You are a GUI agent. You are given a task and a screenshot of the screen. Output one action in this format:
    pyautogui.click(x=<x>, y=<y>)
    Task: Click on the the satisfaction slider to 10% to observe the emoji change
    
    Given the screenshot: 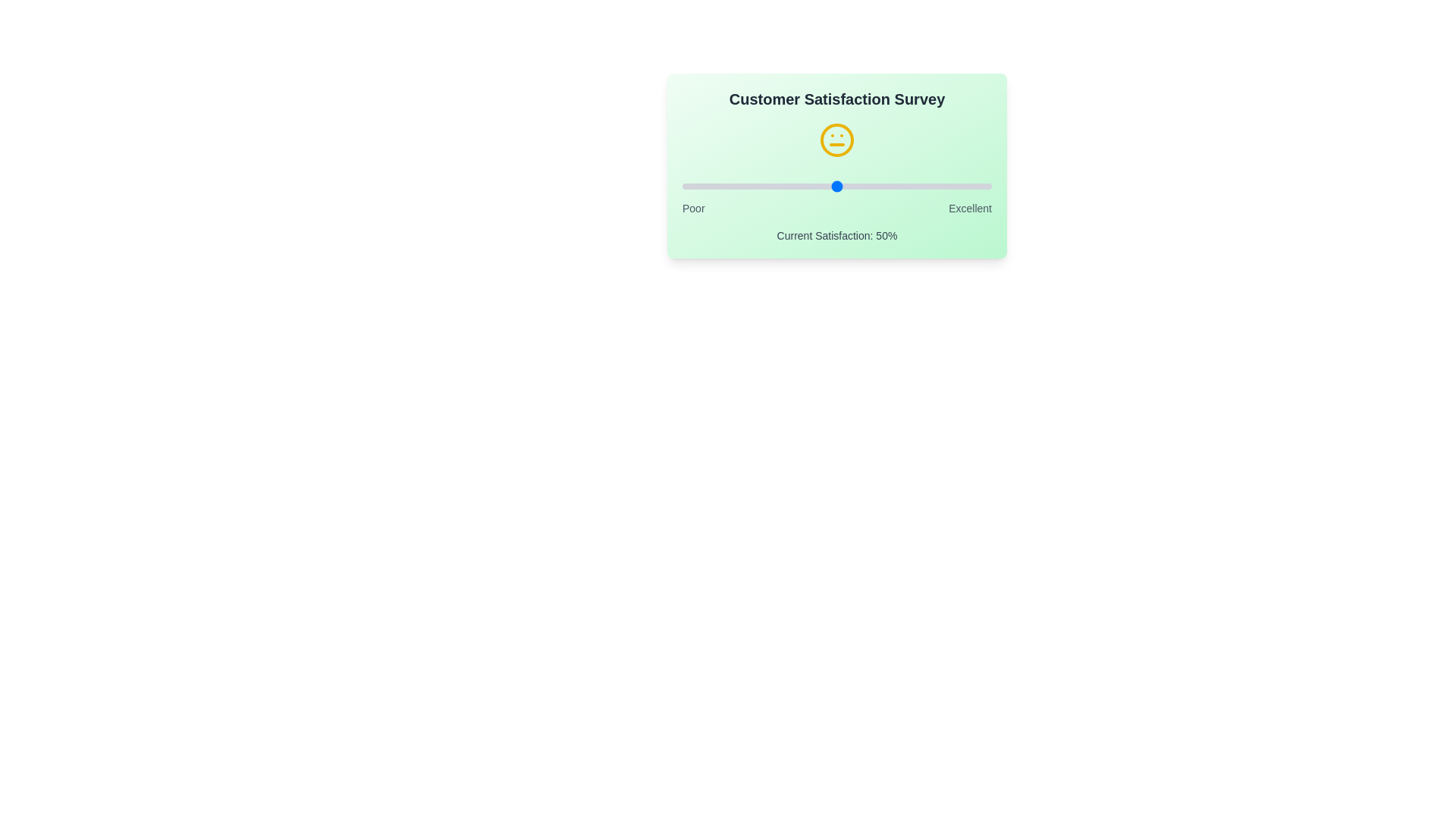 What is the action you would take?
    pyautogui.click(x=712, y=186)
    